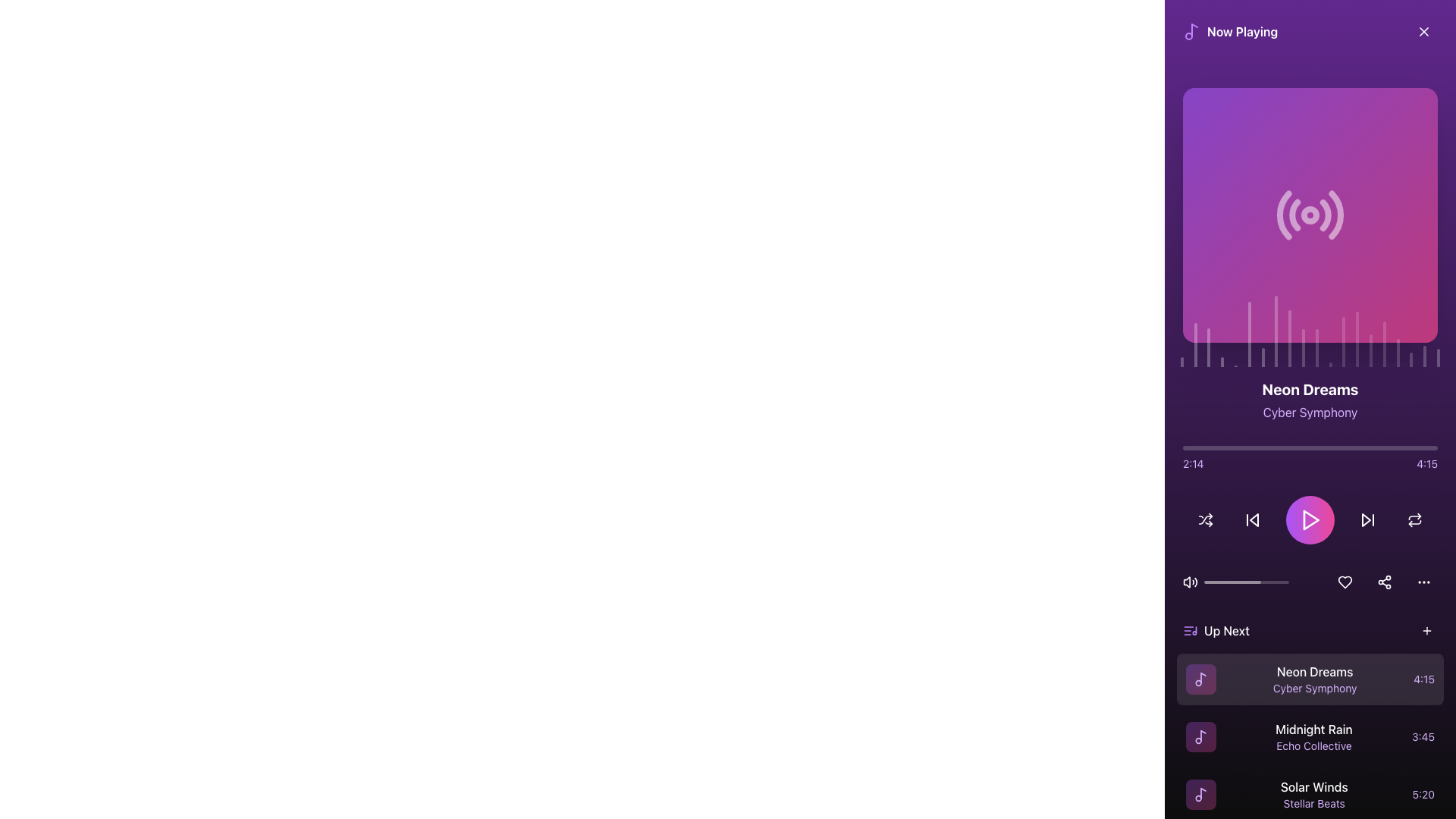  What do you see at coordinates (1384, 581) in the screenshot?
I see `the icon resembling three dots connected by lines forming a triangular shape, located beneath the progress bar and to the right of the heart icon` at bounding box center [1384, 581].